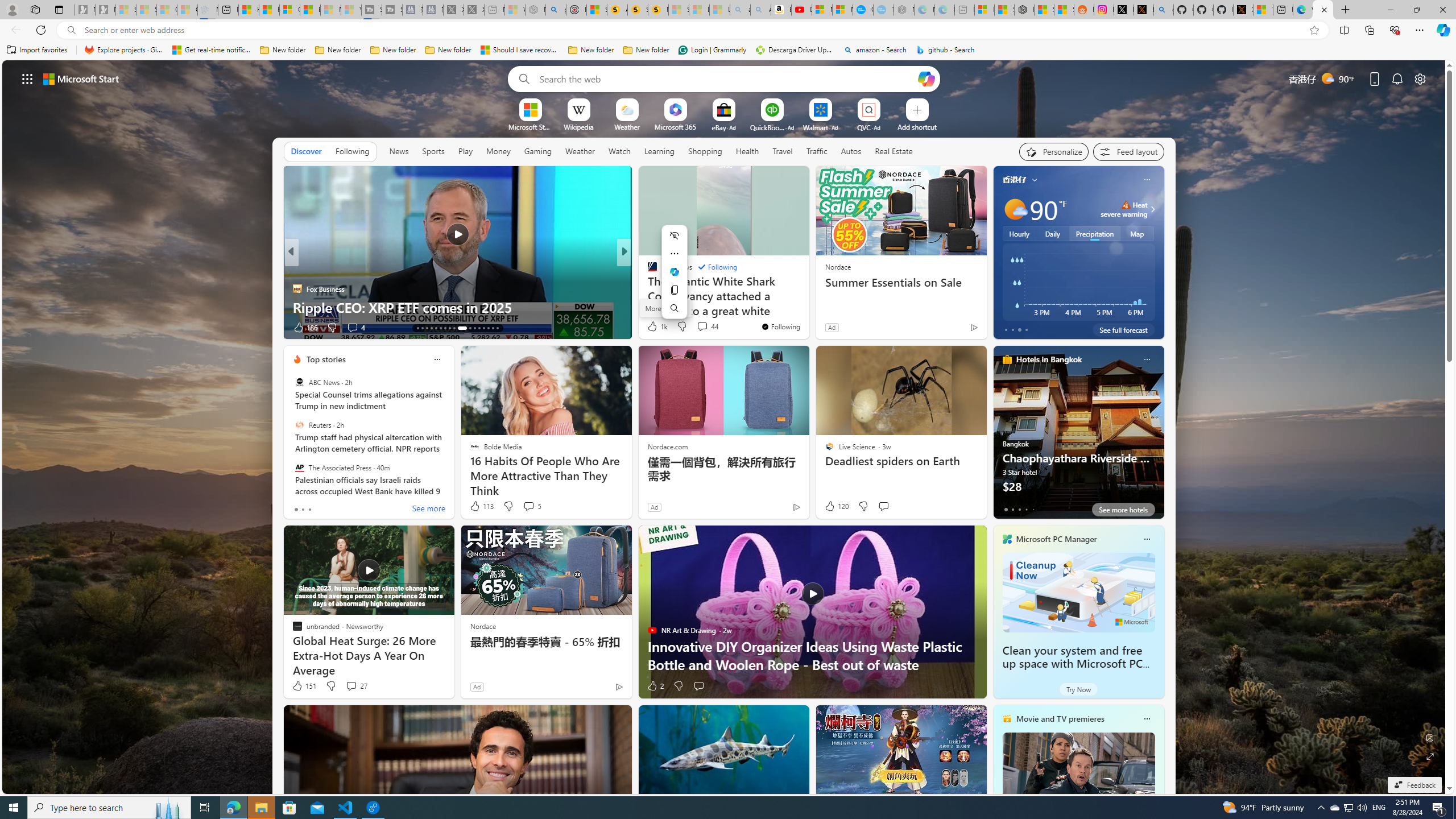 The width and height of the screenshot is (1456, 819). Describe the element at coordinates (1442, 9) in the screenshot. I see `'Close'` at that location.